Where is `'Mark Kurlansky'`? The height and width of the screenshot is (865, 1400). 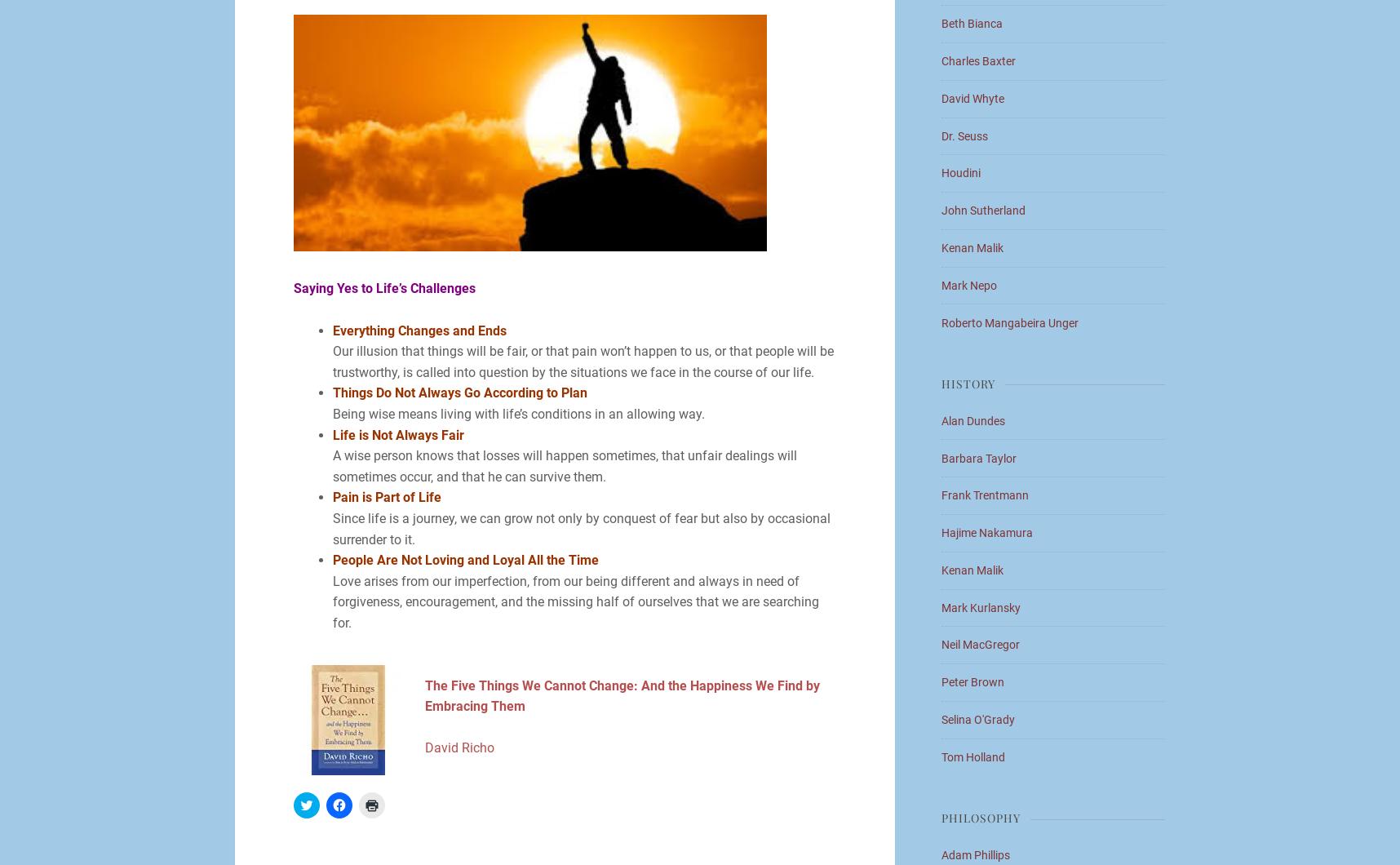 'Mark Kurlansky' is located at coordinates (981, 606).